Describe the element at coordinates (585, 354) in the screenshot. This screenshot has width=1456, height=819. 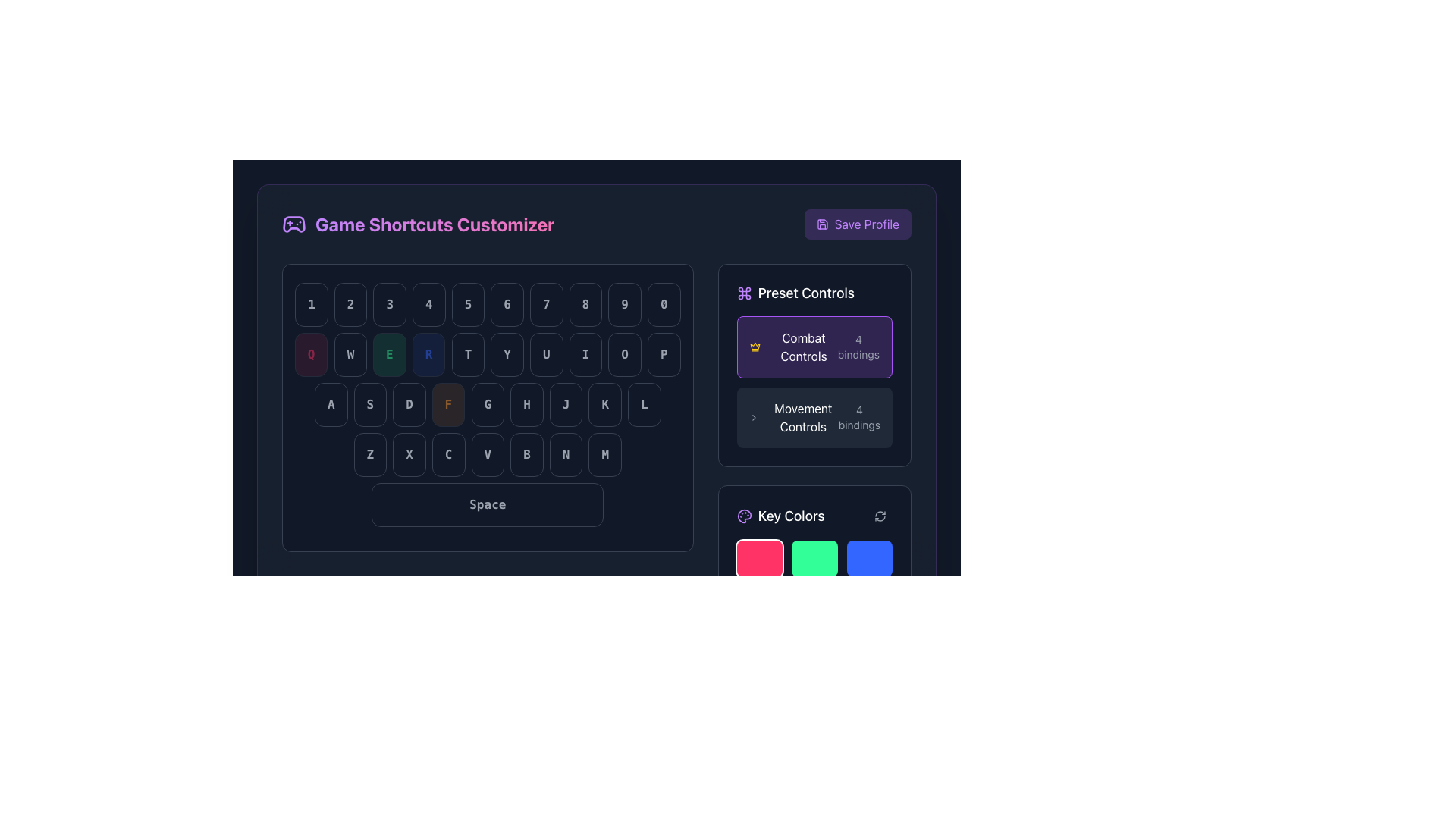
I see `the 'I' key on the keyboard layout` at that location.